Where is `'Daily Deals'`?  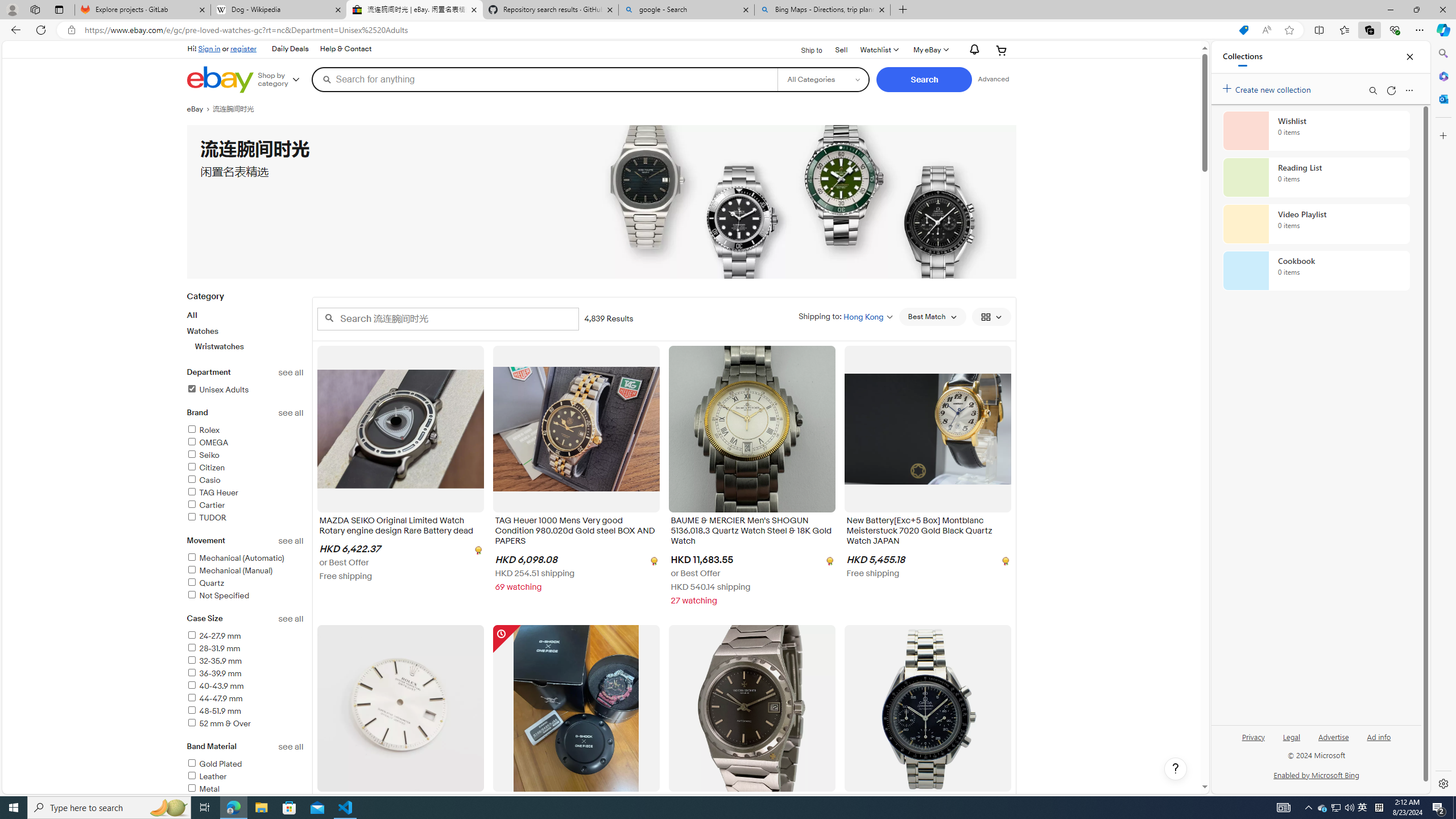
'Daily Deals' is located at coordinates (289, 49).